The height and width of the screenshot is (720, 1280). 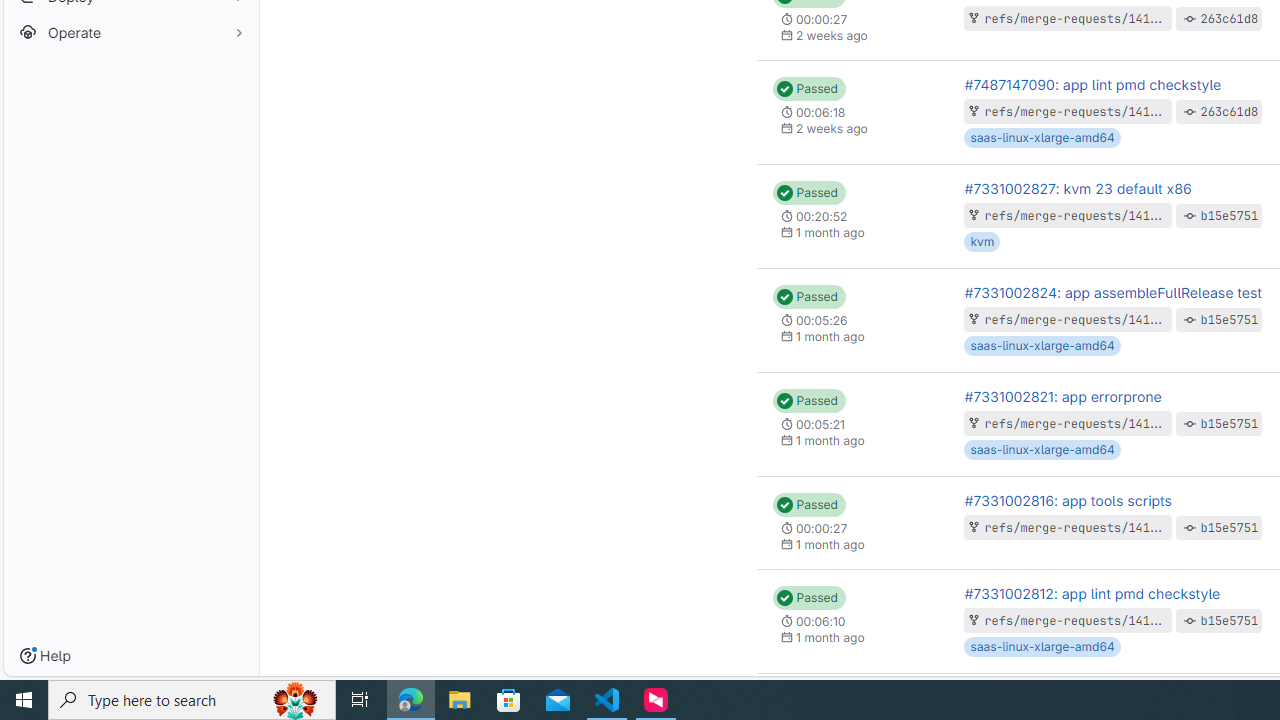 I want to click on '#7331002816: app tools scripts', so click(x=1067, y=499).